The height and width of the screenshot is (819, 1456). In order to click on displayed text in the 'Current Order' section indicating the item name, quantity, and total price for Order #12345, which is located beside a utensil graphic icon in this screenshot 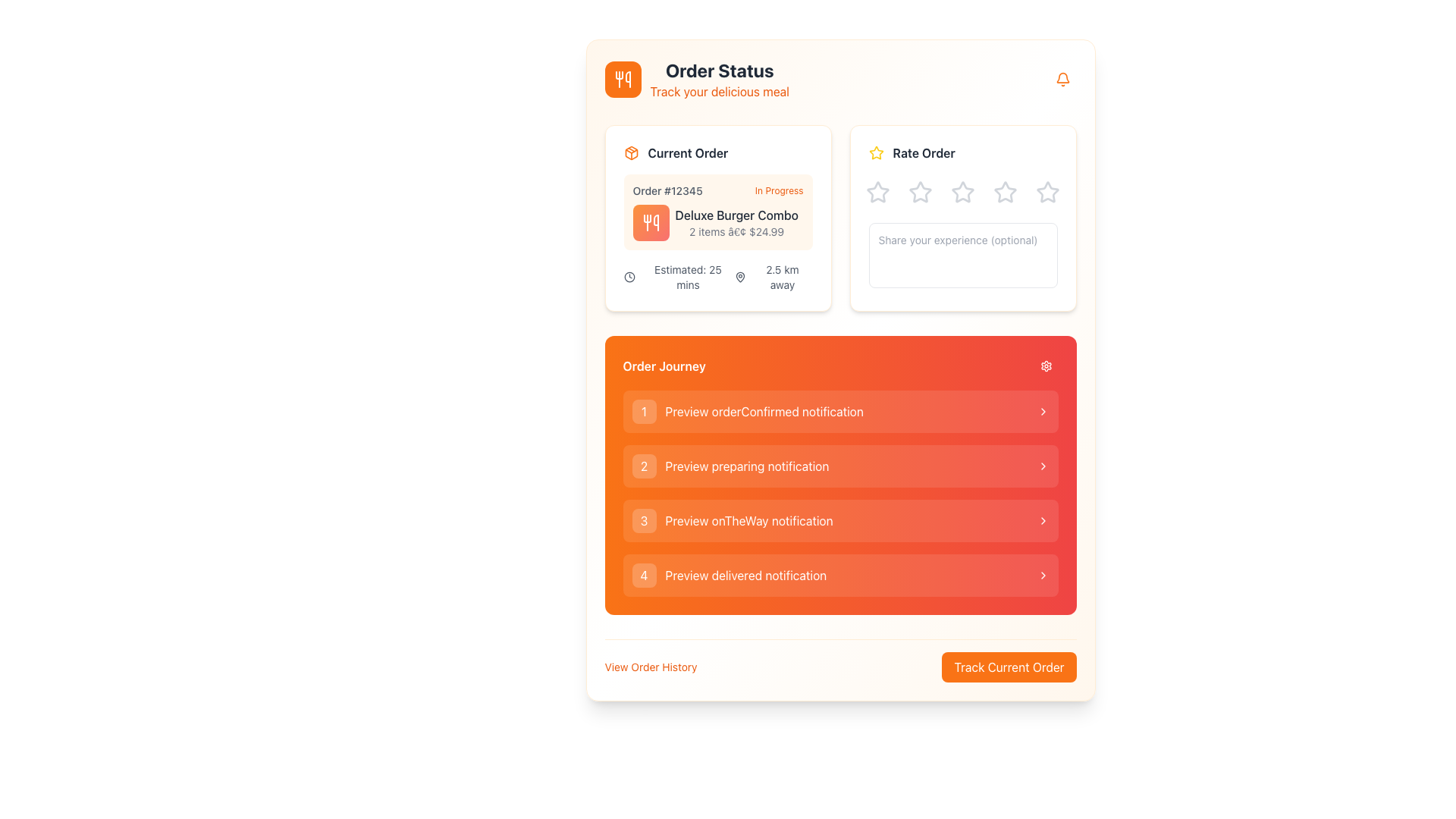, I will do `click(736, 222)`.